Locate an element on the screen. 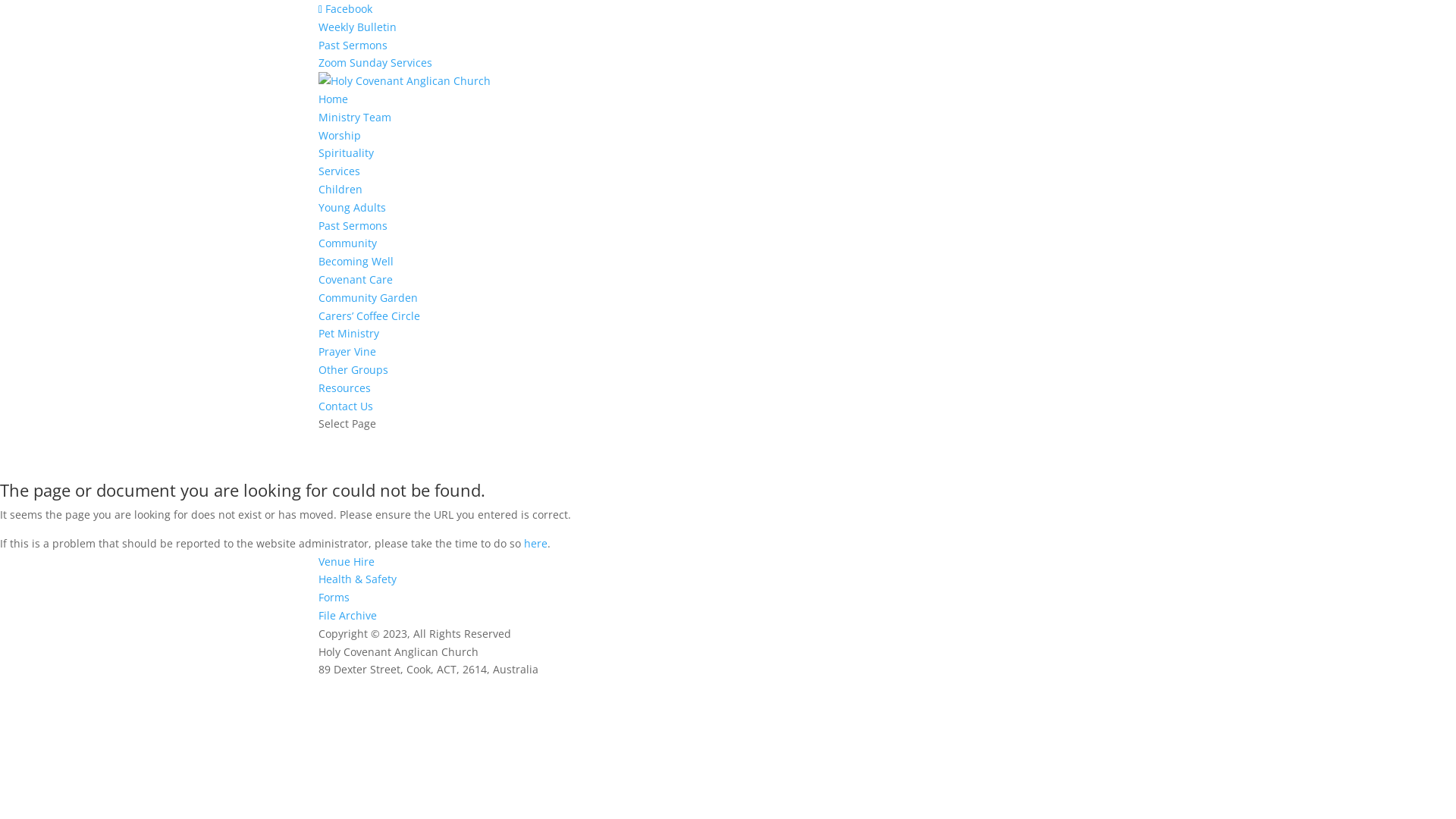  'Pet Ministry' is located at coordinates (348, 332).